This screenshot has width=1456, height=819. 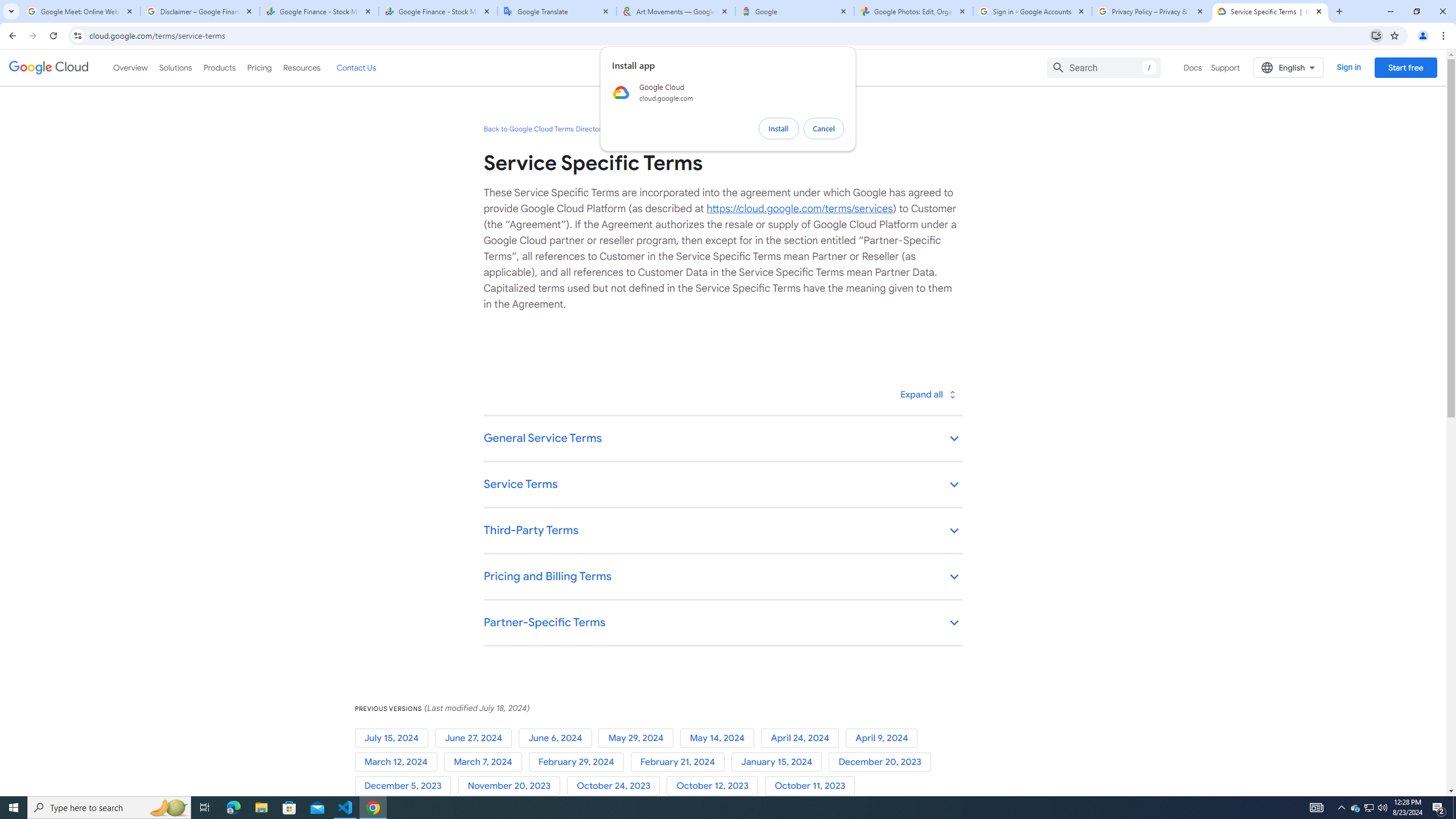 I want to click on 'https://cloud.google.com/terms/services', so click(x=799, y=208).